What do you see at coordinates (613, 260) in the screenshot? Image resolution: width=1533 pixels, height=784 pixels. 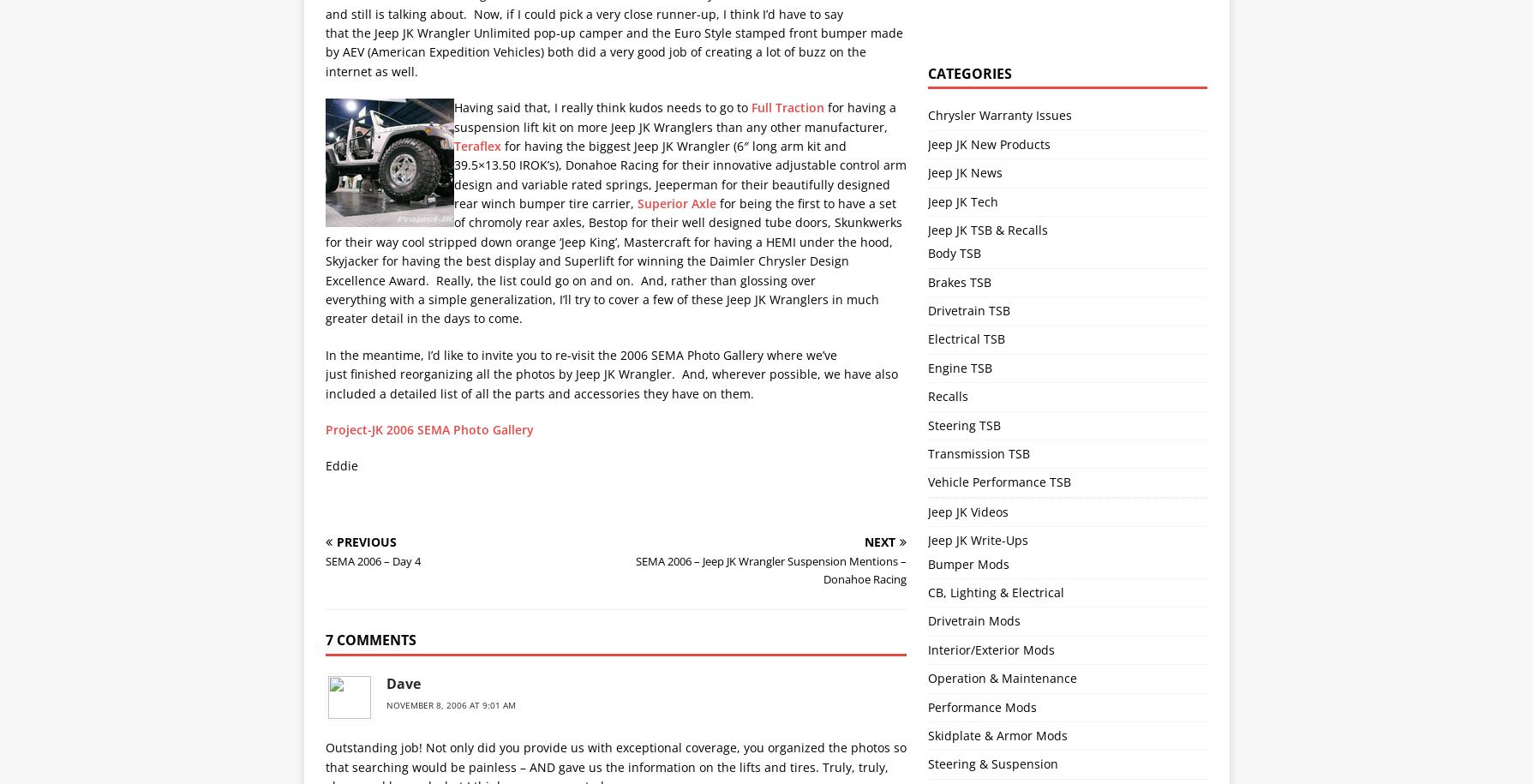 I see `'for being the first to have a set of chromoly rear axles, Bestop for their well designed tube doors, Skunkwerks for their way cool stripped down orange ‘Jeep King’, Mastercraft for having a HEMI under the hood, Skyjacker for having the best display and Superlift for winning the Daimler Chrysler Design Excellence Award.  Really, the list could go on and on.  And, rather than glossing over everything with a simple generalization, I’ll try to cover a few of these Jeep JK Wranglers in much greater detail in the days to come.'` at bounding box center [613, 260].